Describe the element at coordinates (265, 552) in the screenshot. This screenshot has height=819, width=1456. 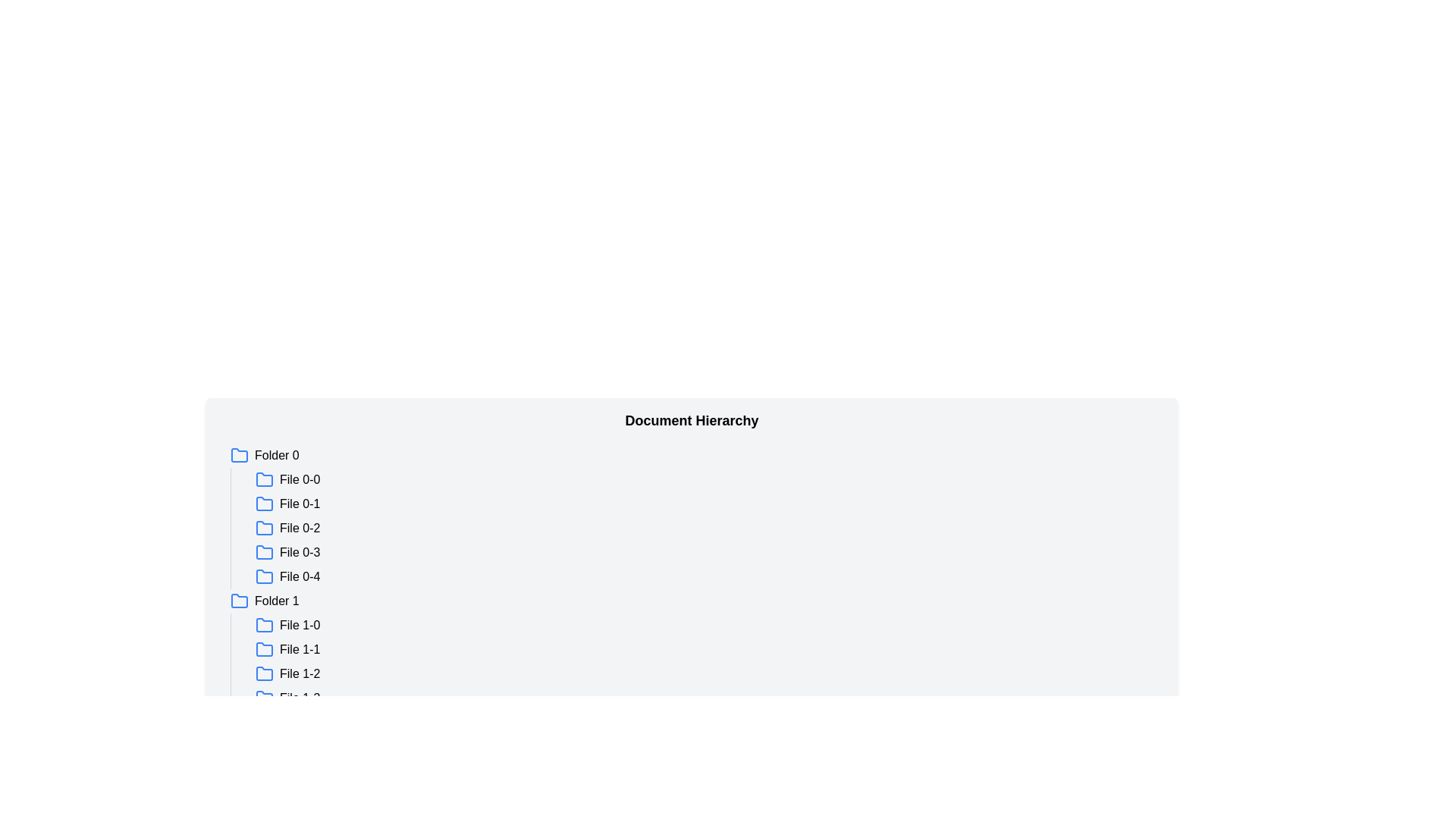
I see `the folder icon with a blue border representing 'File 0-3'` at that location.